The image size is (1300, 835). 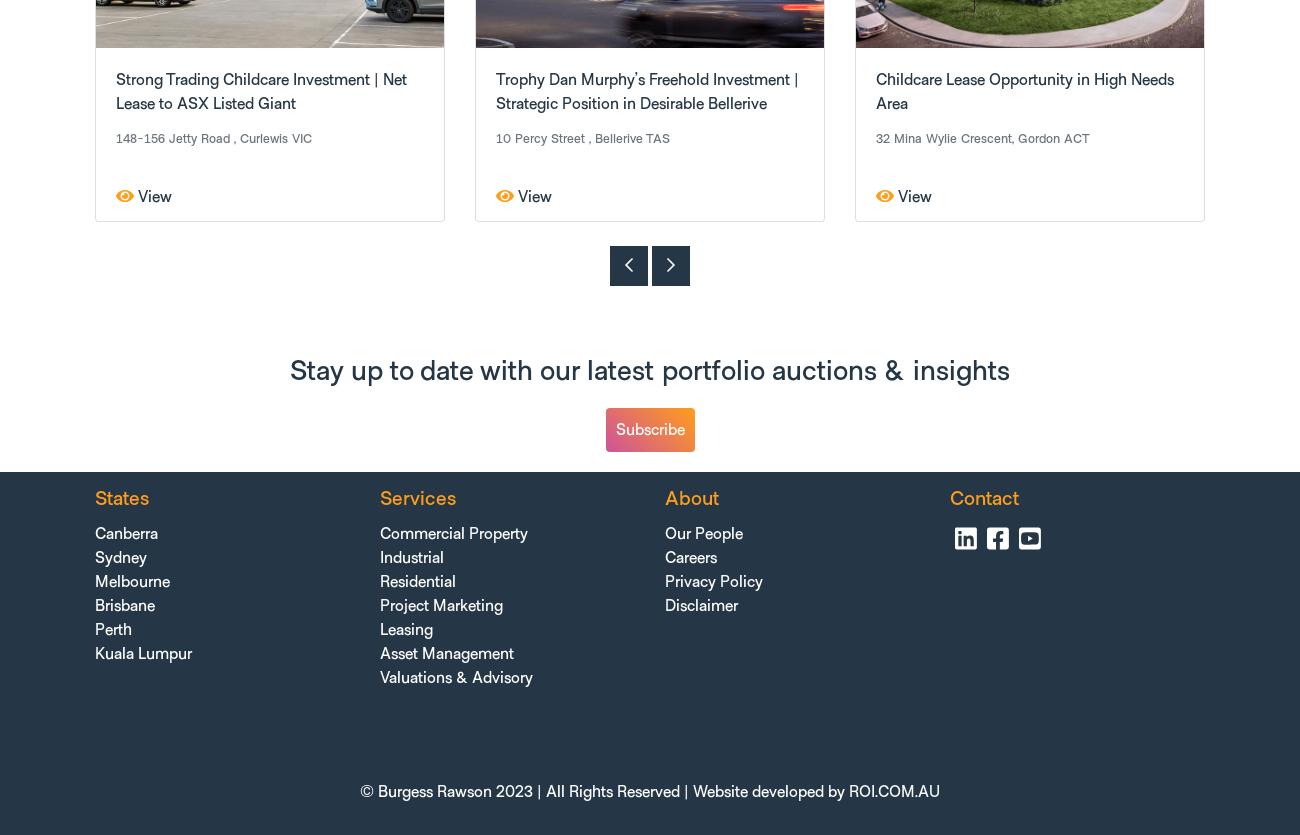 What do you see at coordinates (893, 789) in the screenshot?
I see `'ROI.COM.AU'` at bounding box center [893, 789].